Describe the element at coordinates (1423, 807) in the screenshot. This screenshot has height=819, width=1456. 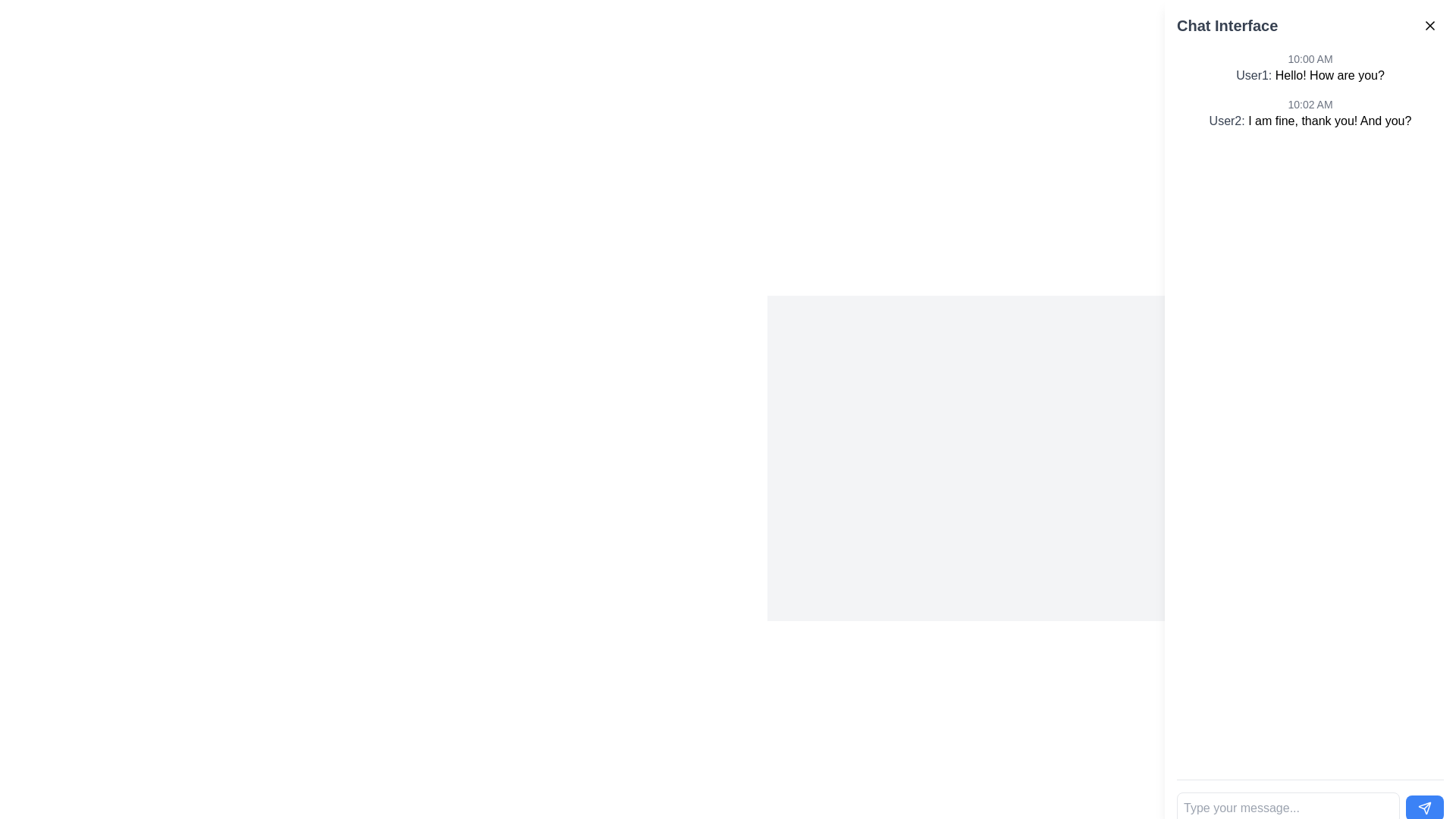
I see `the send message icon button, which has a blue background and is located at the bottom-right corner of the chat interface, next to the text input area` at that location.